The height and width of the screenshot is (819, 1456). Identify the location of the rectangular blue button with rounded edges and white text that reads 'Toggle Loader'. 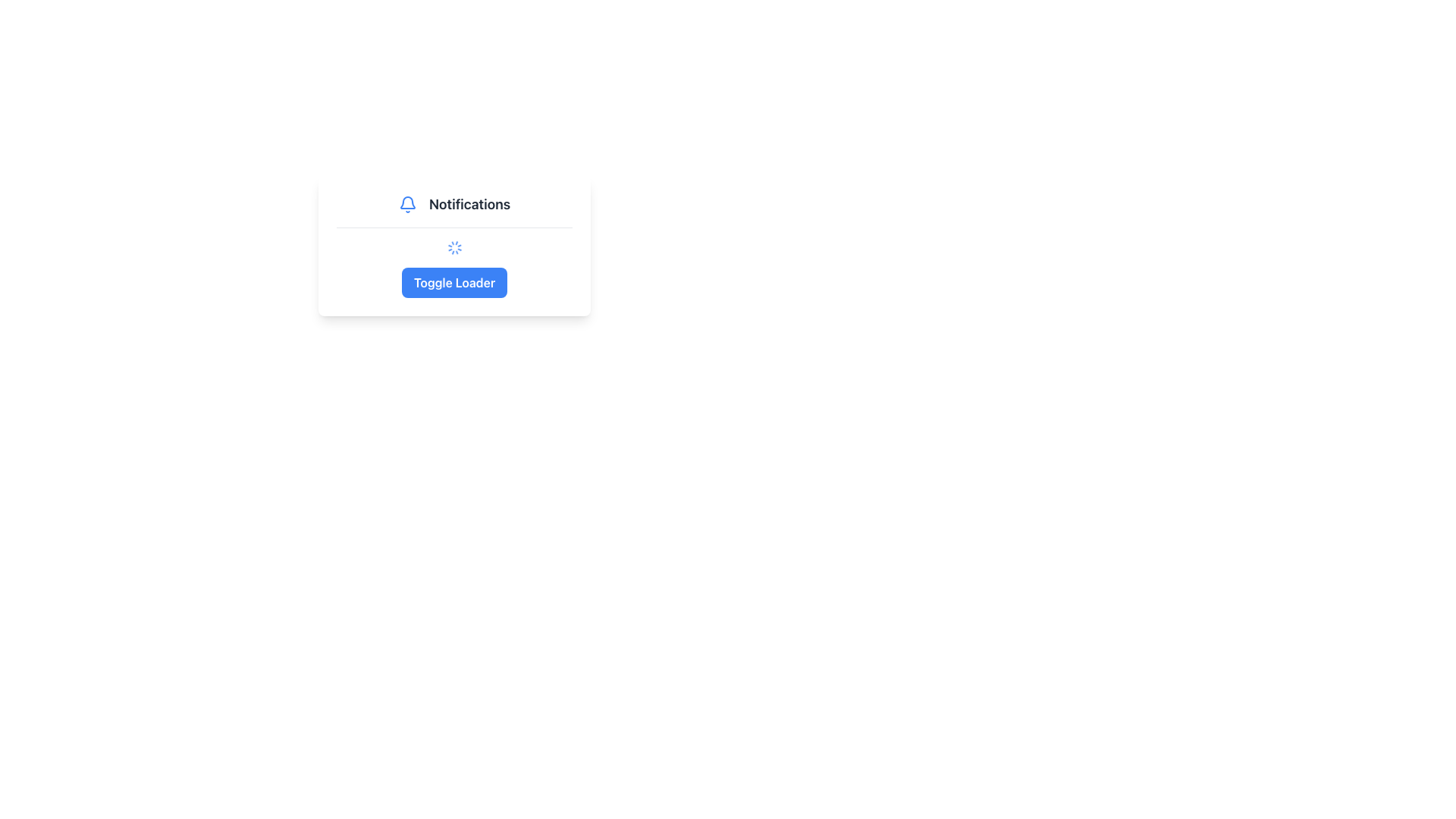
(453, 283).